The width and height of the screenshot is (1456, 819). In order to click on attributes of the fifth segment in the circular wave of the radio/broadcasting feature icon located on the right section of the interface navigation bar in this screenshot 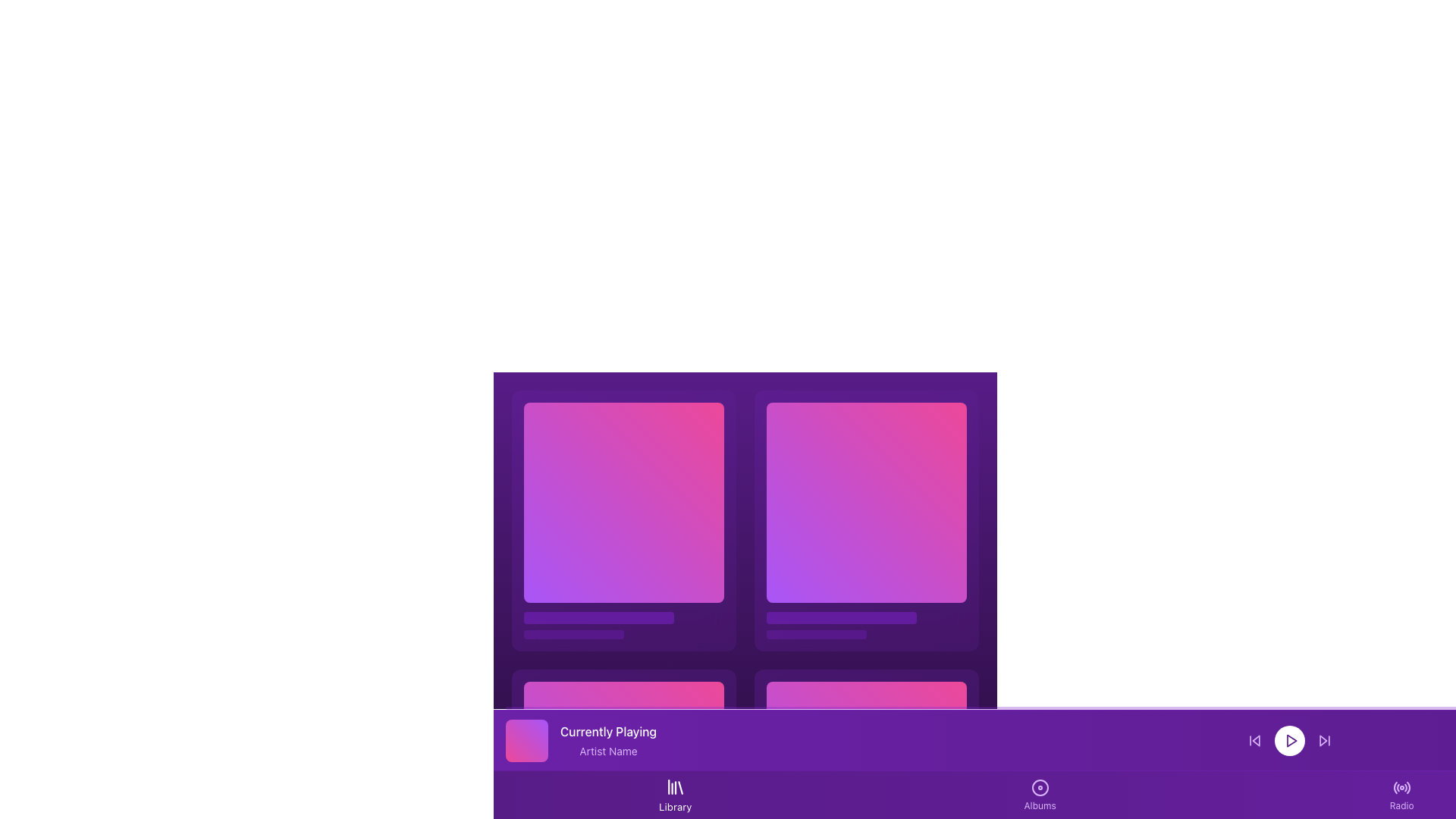, I will do `click(1407, 786)`.